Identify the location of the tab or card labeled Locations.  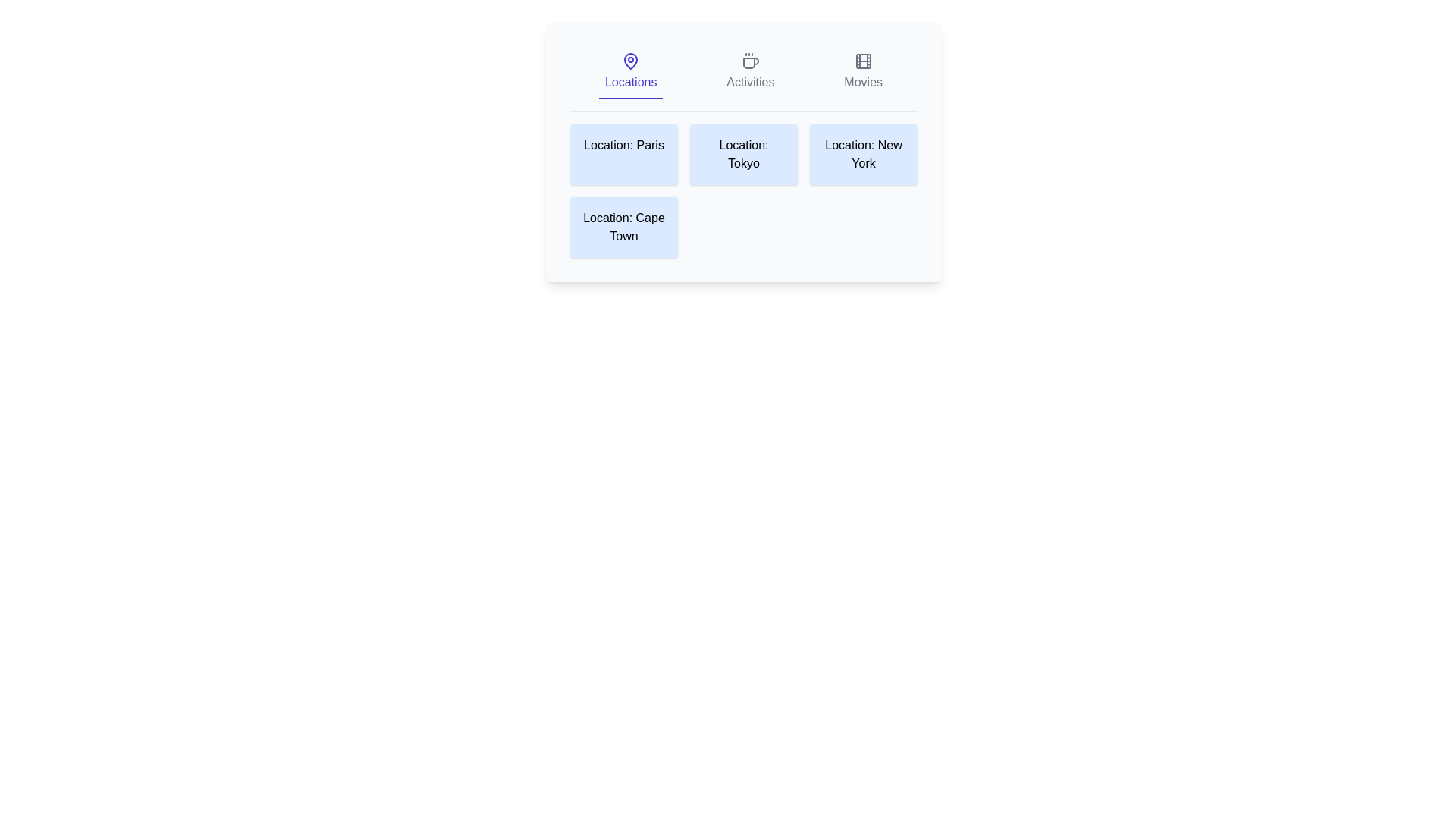
(631, 73).